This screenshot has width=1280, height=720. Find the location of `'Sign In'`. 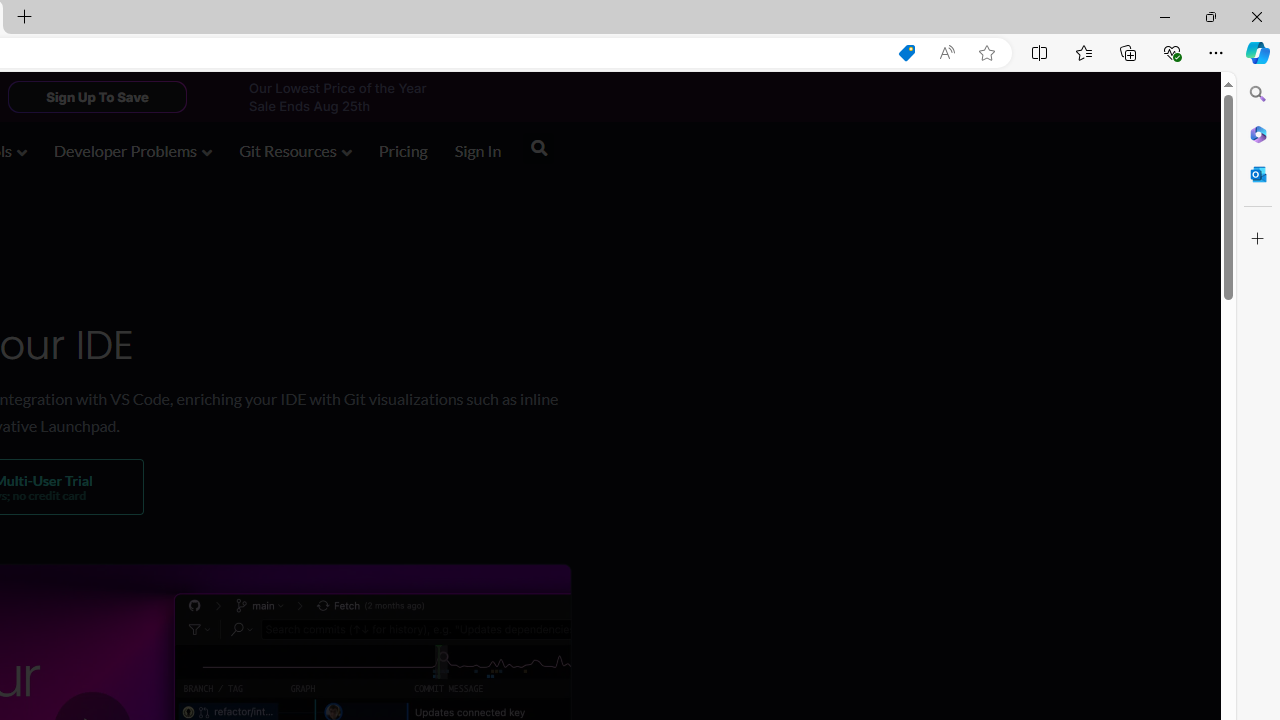

'Sign In' is located at coordinates (477, 152).